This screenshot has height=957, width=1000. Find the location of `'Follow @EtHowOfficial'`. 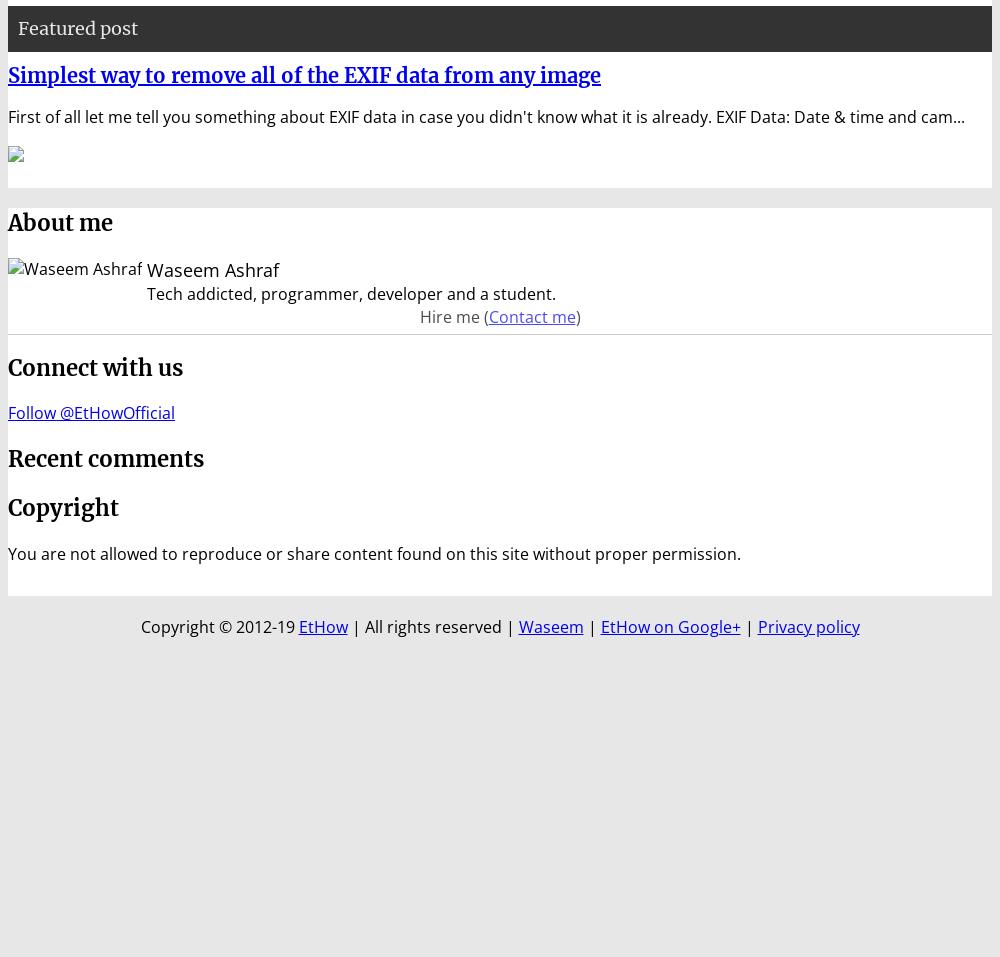

'Follow @EtHowOfficial' is located at coordinates (8, 412).